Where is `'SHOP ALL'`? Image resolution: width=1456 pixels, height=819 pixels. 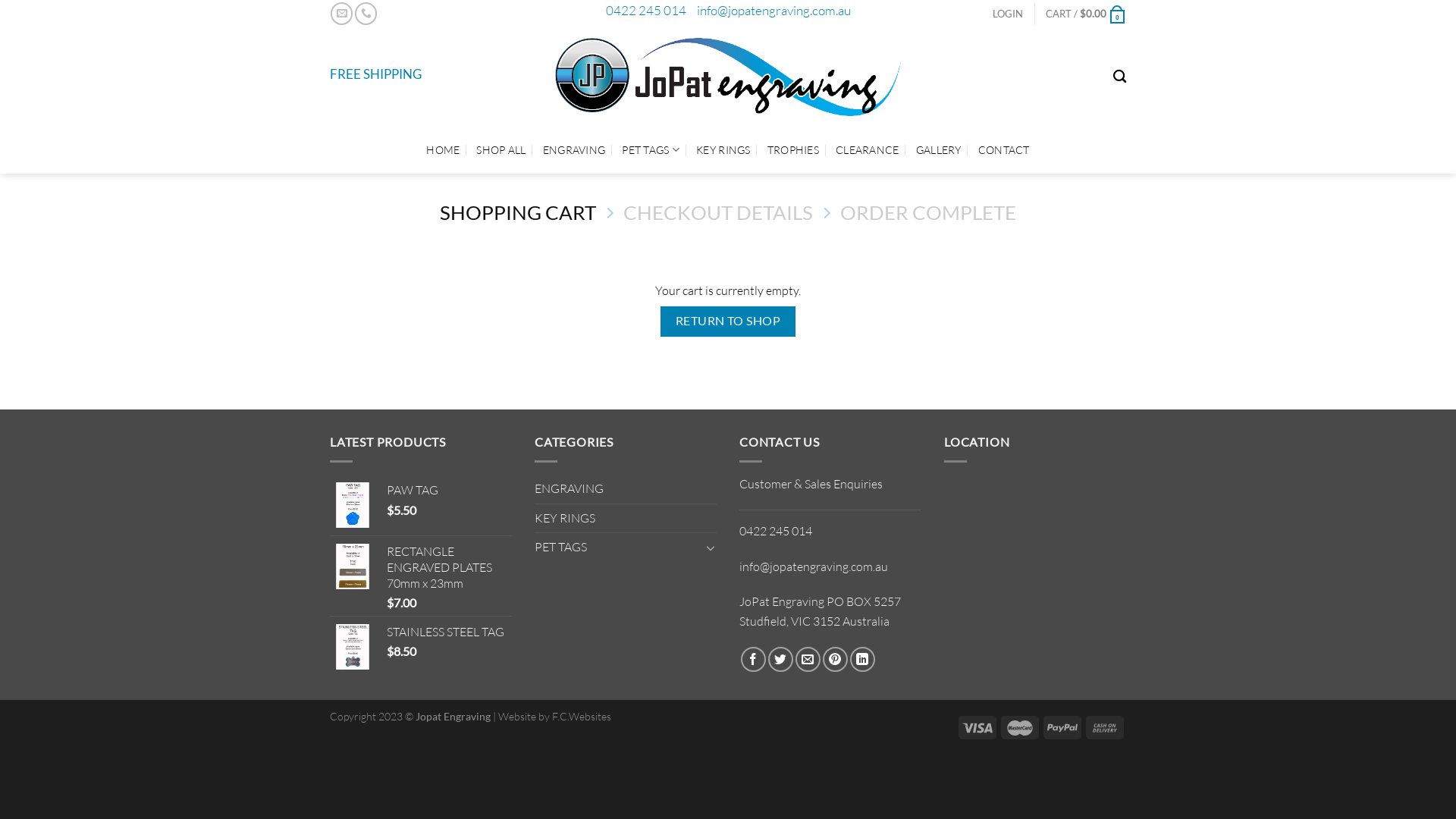 'SHOP ALL' is located at coordinates (500, 149).